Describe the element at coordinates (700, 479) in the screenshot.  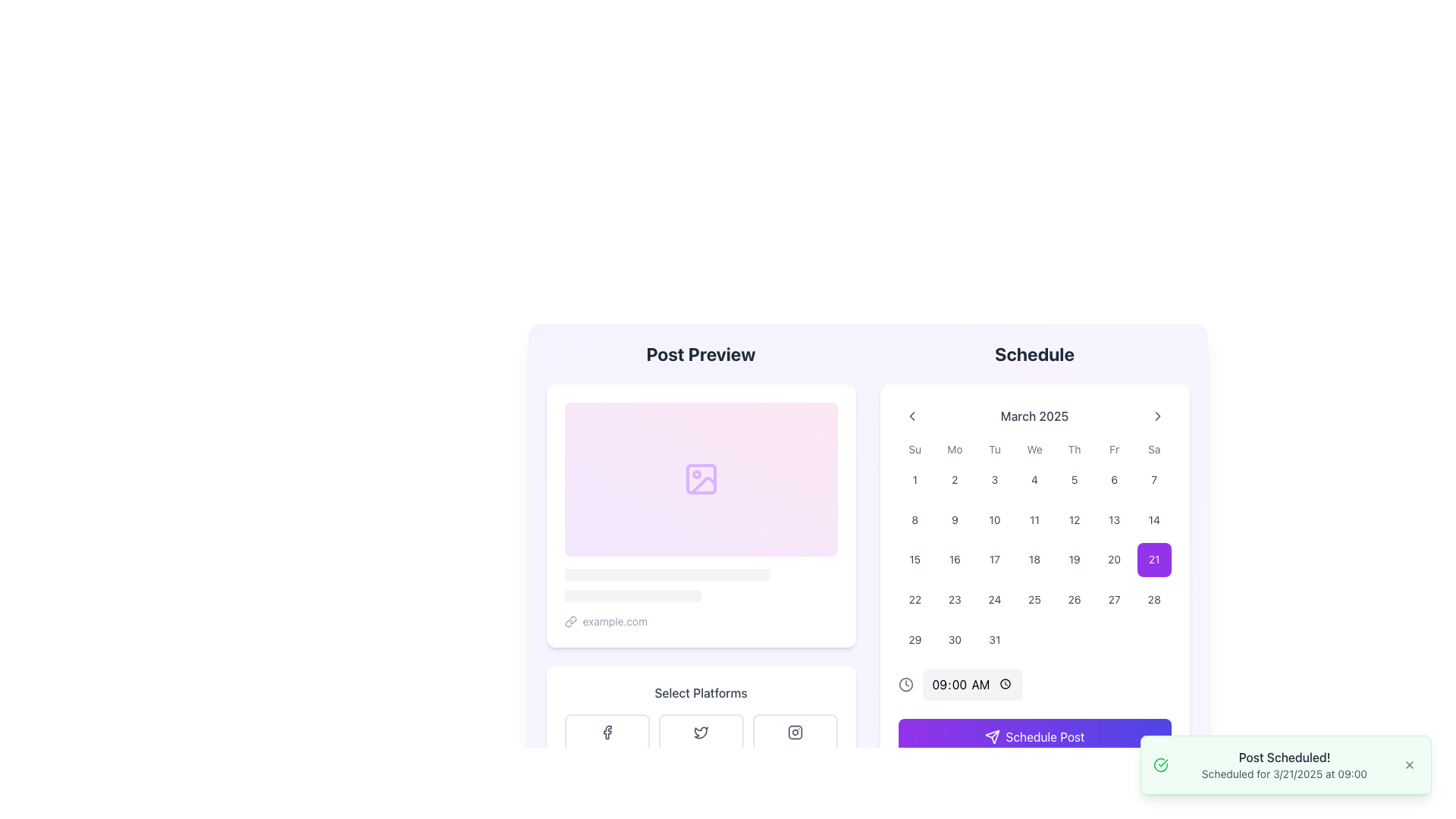
I see `the SVG icon representing an image placeholder located in the center of the 'Post Preview' section with a gradient background transitioning from purple to pink` at that location.